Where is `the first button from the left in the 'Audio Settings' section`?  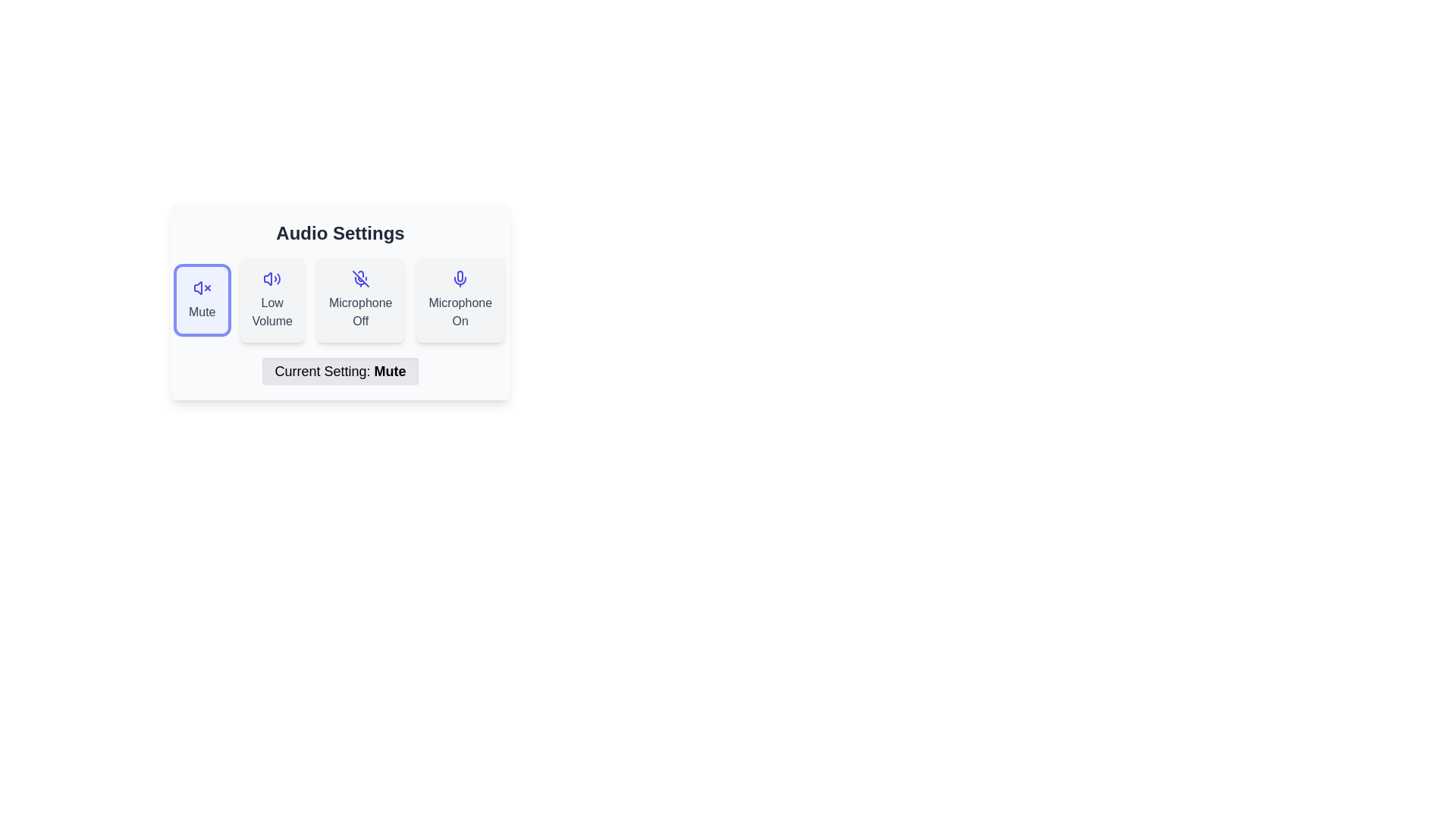
the first button from the left in the 'Audio Settings' section is located at coordinates (201, 300).